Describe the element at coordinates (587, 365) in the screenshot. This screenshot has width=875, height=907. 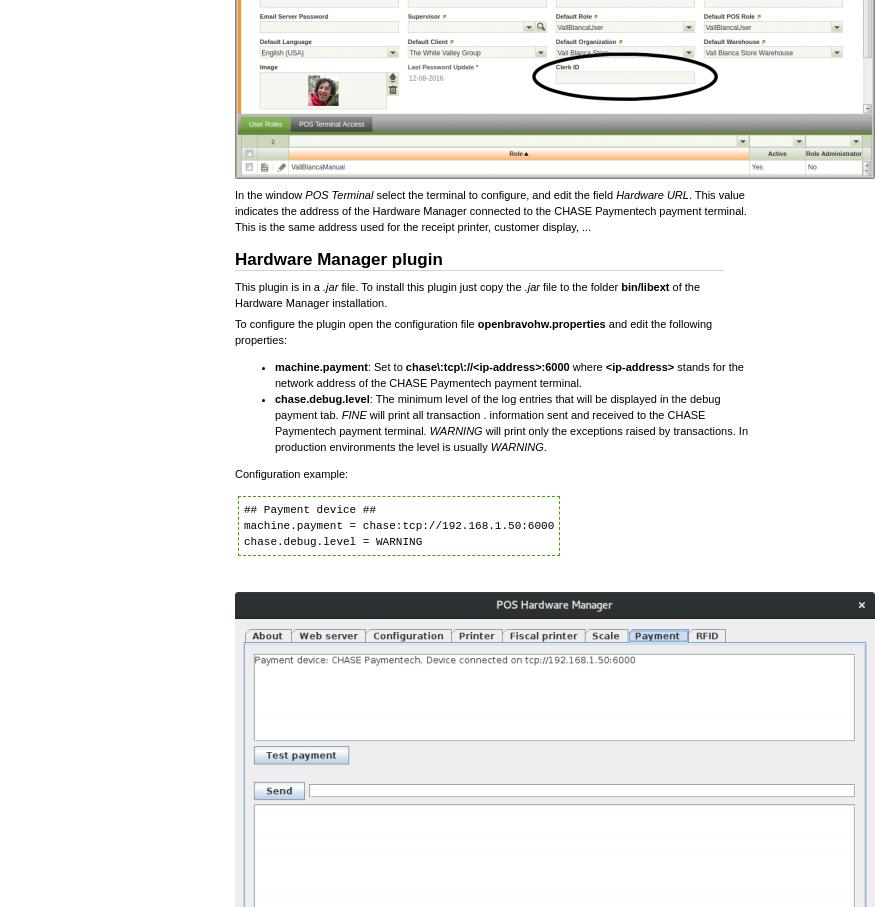
I see `'where'` at that location.